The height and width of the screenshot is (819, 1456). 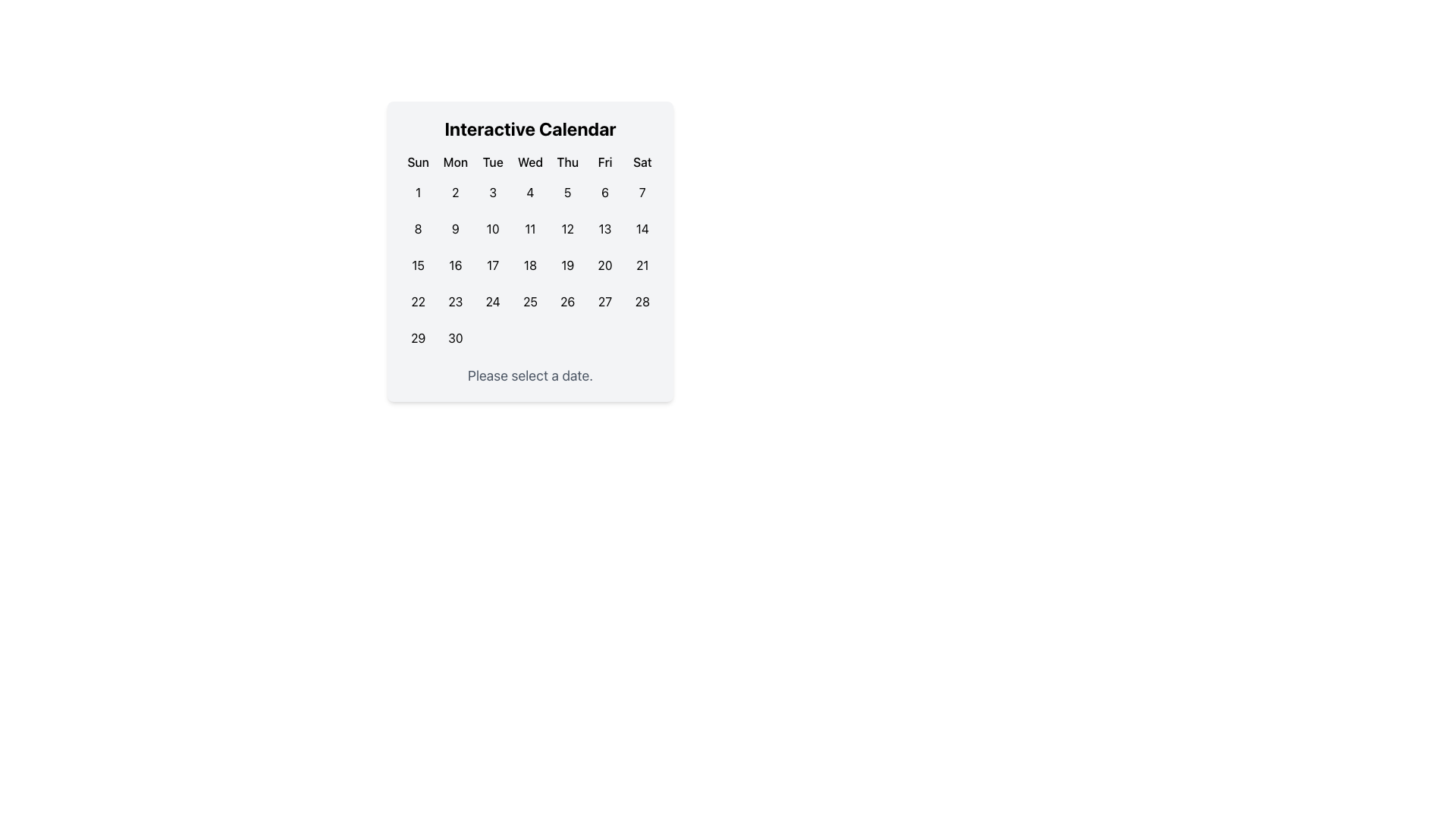 I want to click on the interactive button representing the date '3' in the calendar, so click(x=493, y=192).